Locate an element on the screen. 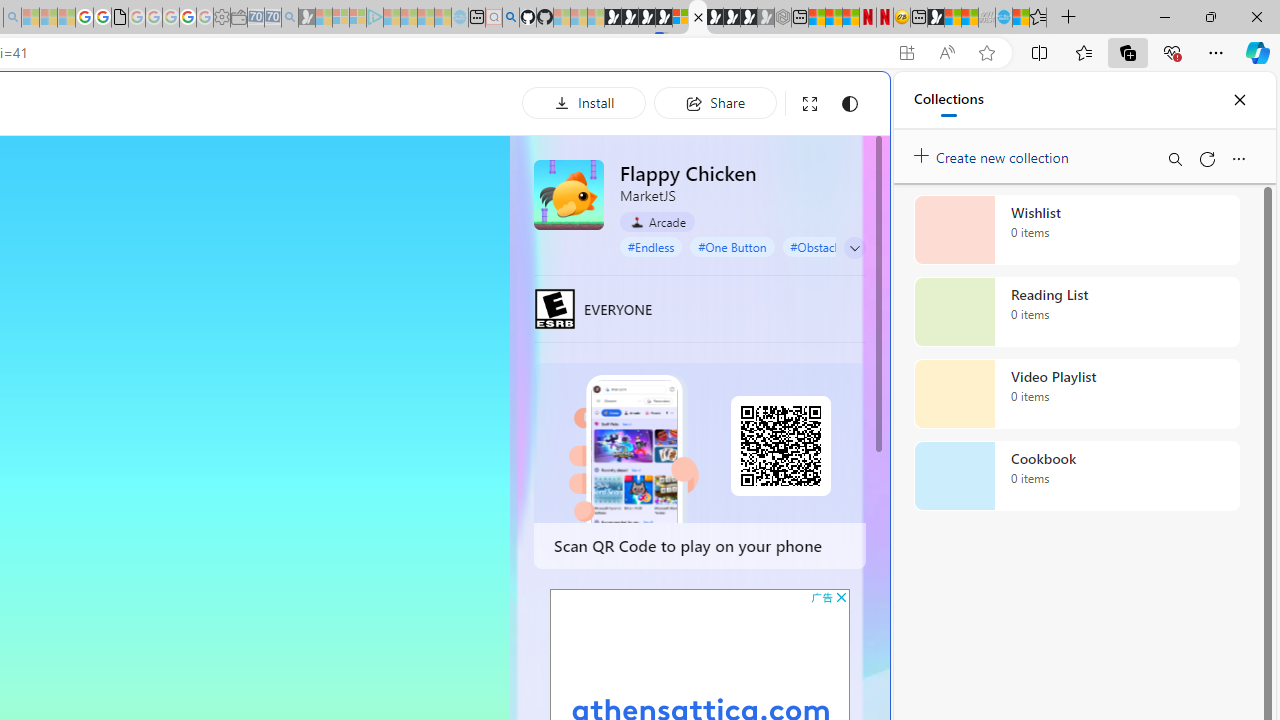 This screenshot has height=720, width=1280. 'github - Search' is located at coordinates (510, 17).